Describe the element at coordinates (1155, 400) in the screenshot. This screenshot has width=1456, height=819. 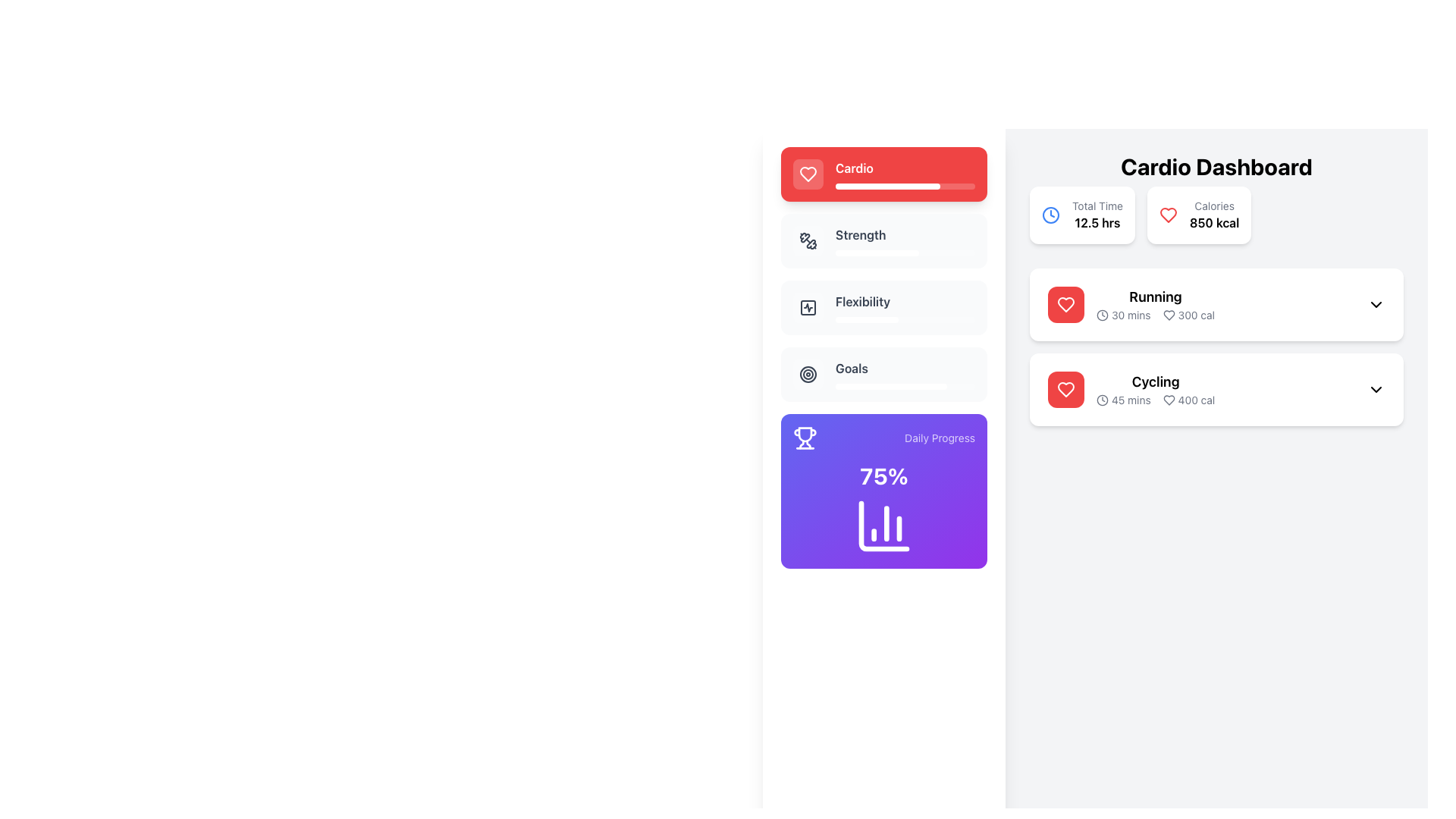
I see `information displayed in the Text display with accompanying icons that provides details about the cycling activity, including duration and caloric burn, located in the second activity card of the Cardio Dashboard section` at that location.